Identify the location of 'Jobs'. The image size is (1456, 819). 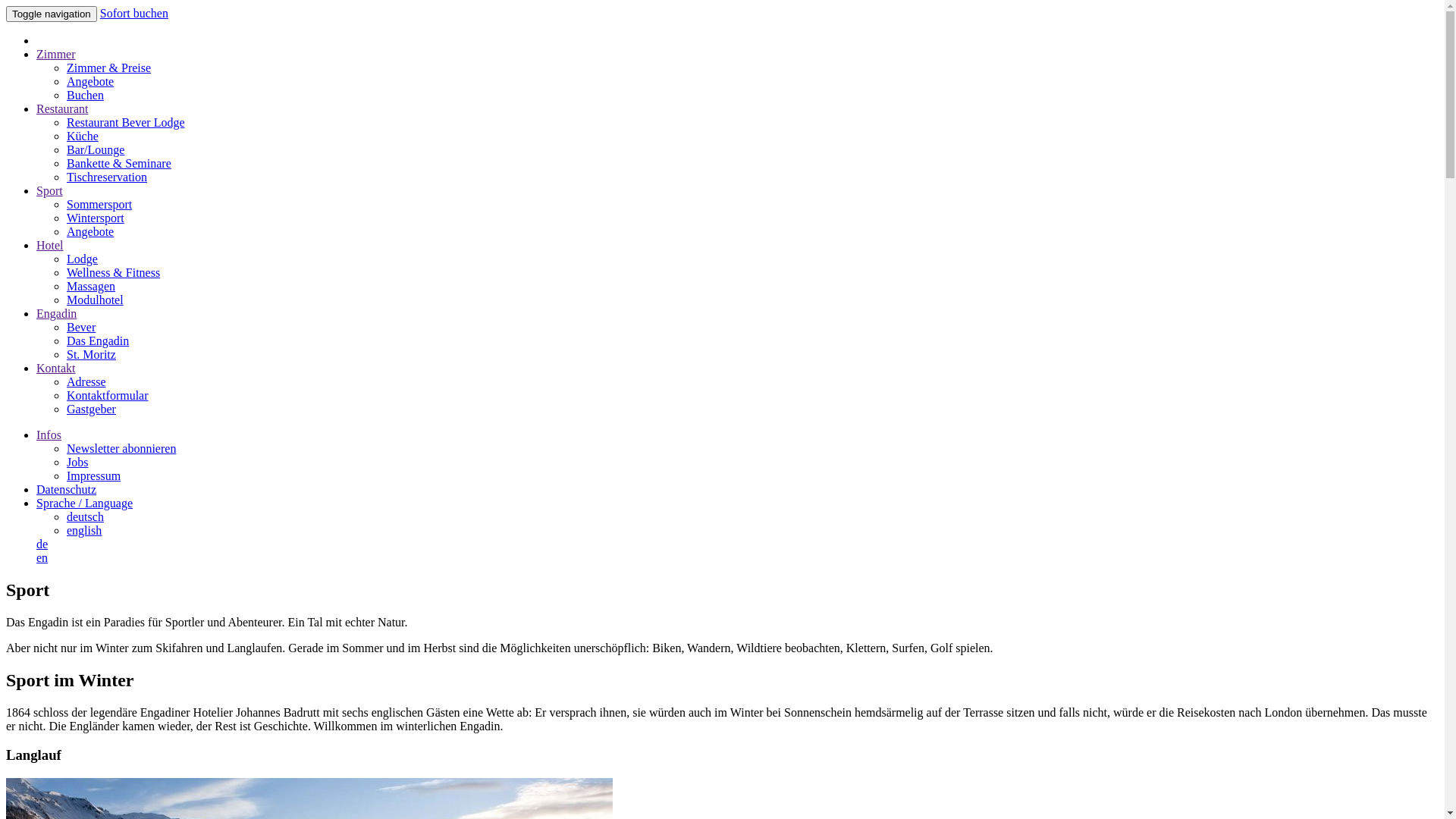
(76, 461).